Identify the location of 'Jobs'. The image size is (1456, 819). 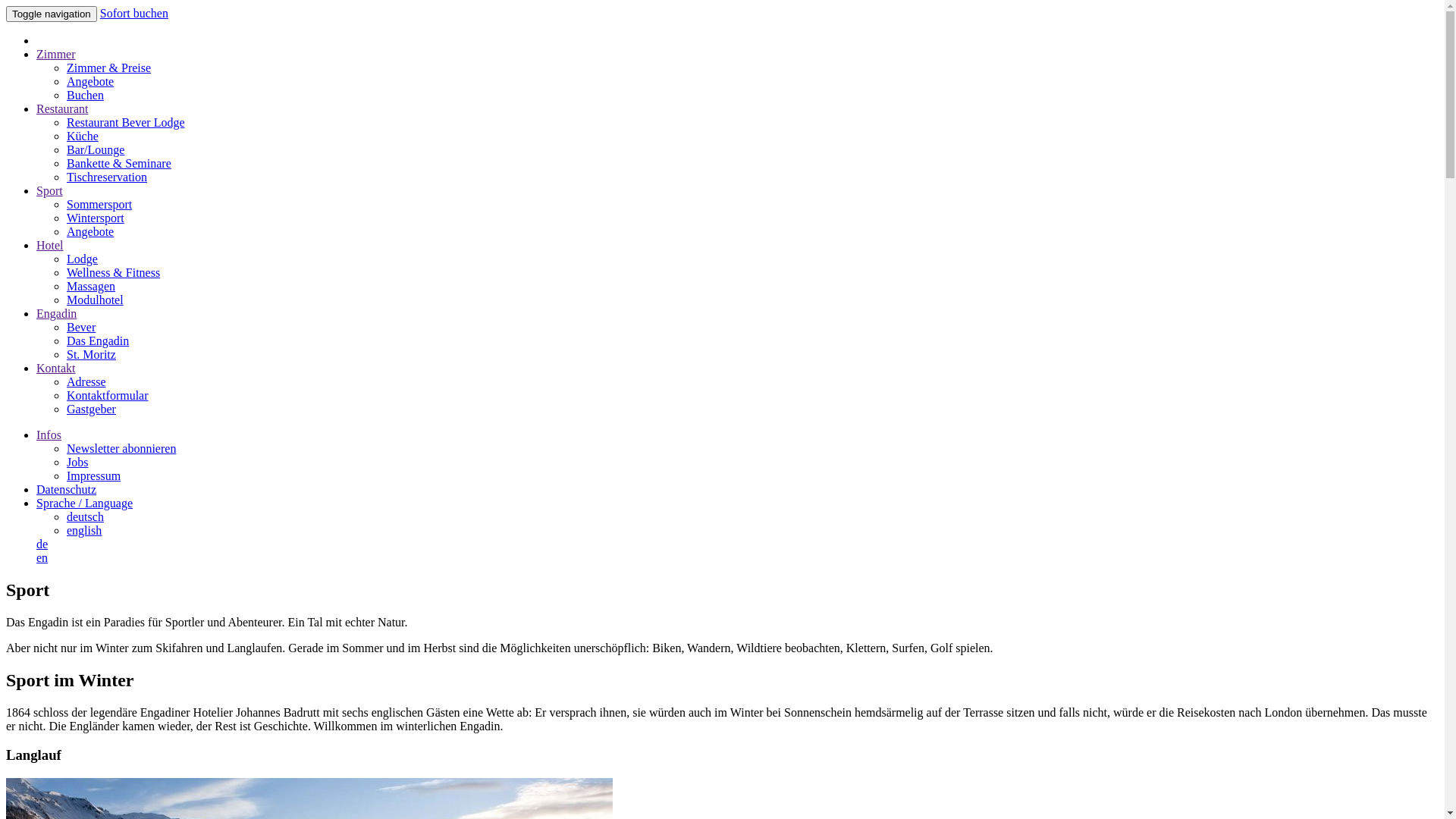
(76, 461).